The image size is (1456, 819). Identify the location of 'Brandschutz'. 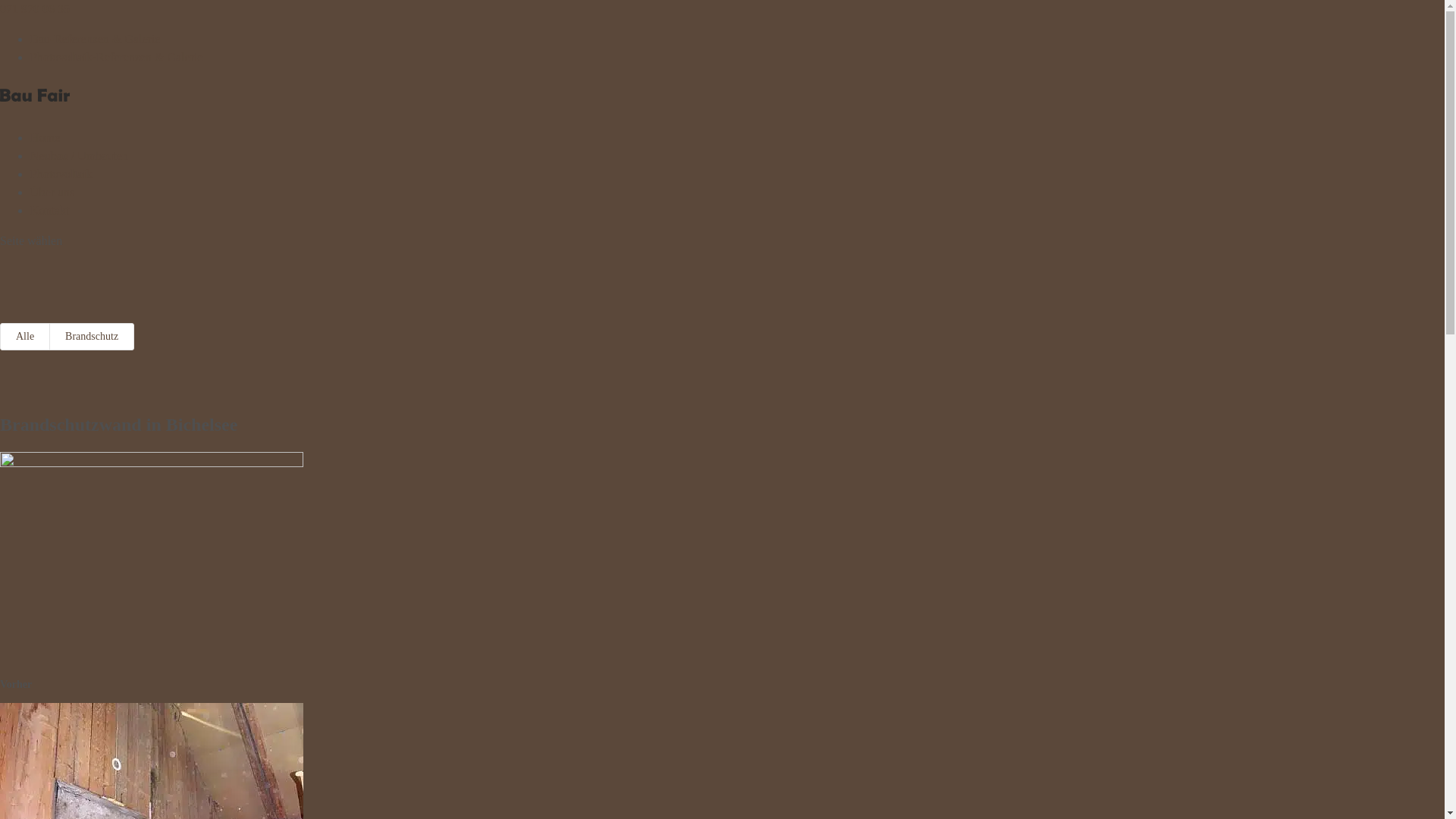
(90, 335).